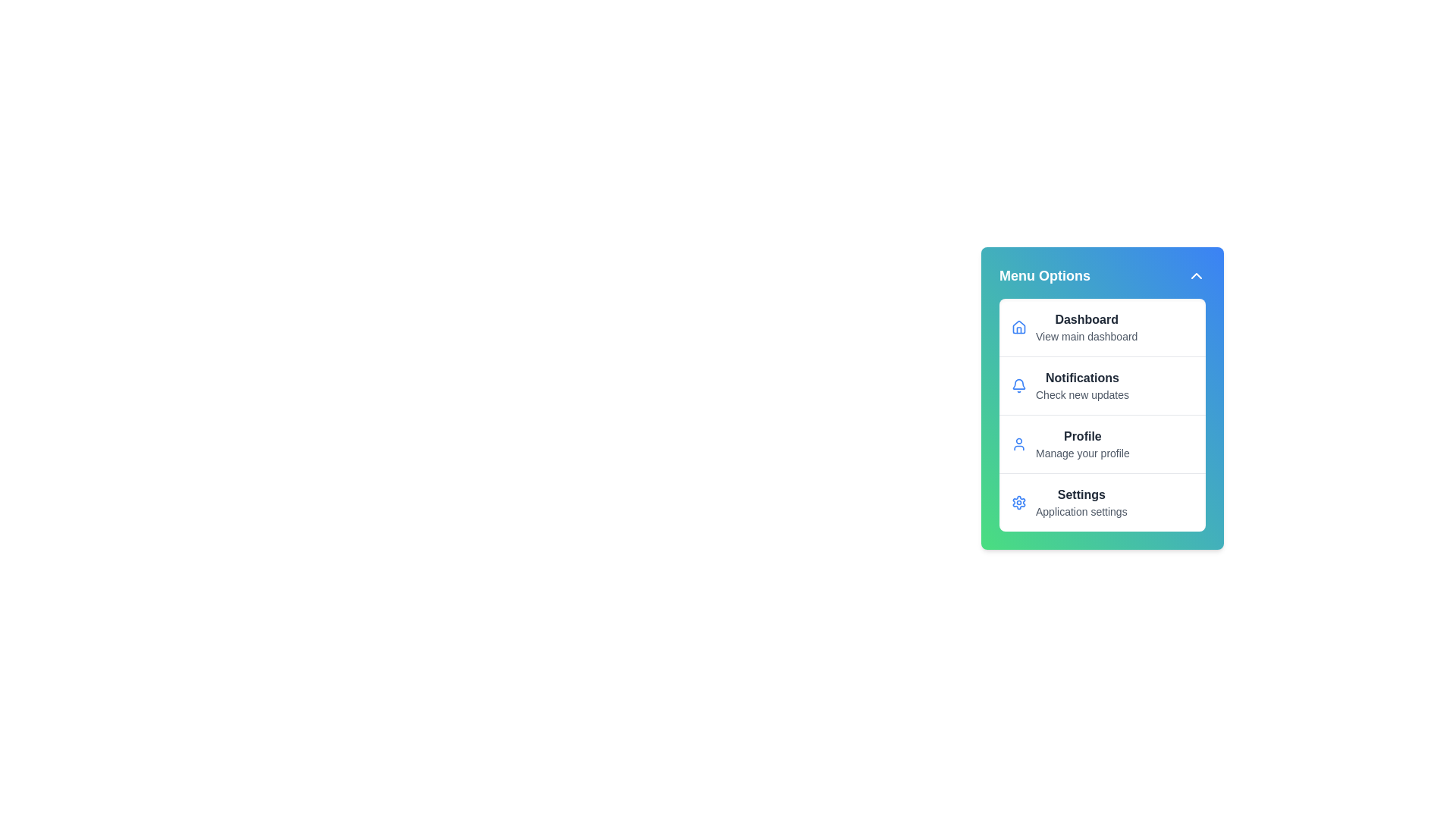 This screenshot has height=819, width=1456. Describe the element at coordinates (1103, 275) in the screenshot. I see `the 'Menu Options' button to toggle the menu visibility` at that location.